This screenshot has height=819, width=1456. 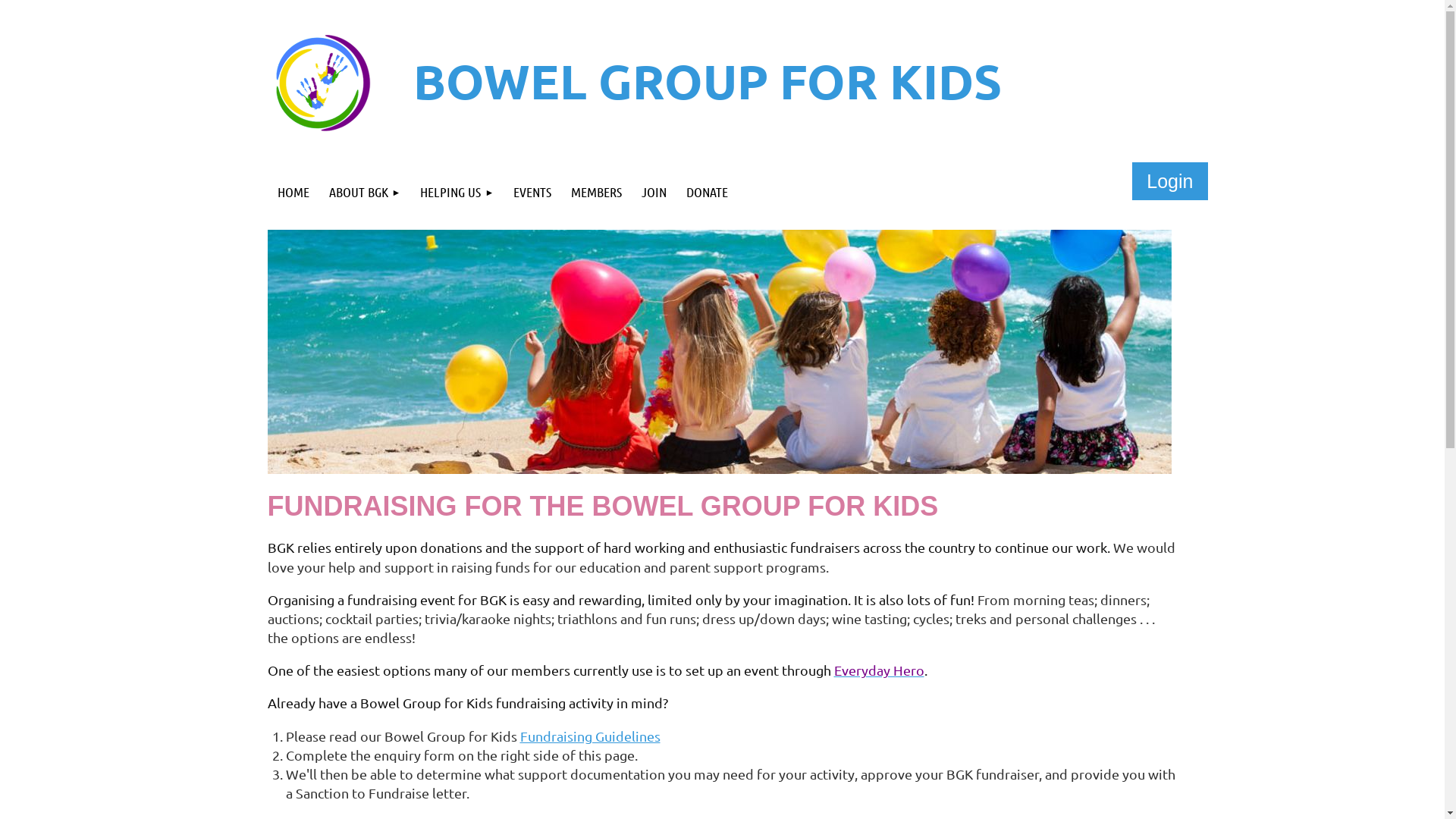 What do you see at coordinates (654, 191) in the screenshot?
I see `'JOIN'` at bounding box center [654, 191].